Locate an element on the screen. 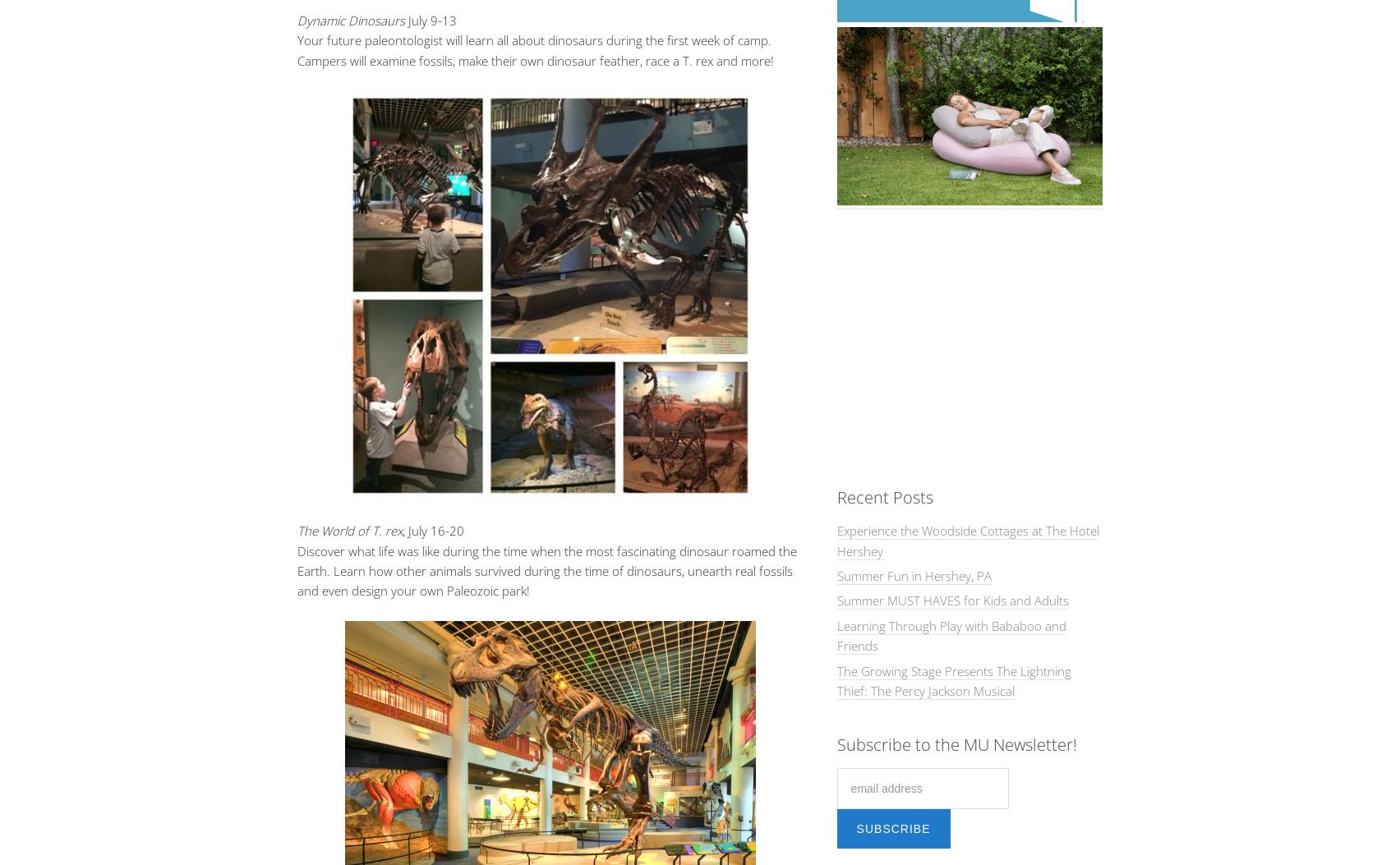  ', July 16-20' is located at coordinates (433, 530).